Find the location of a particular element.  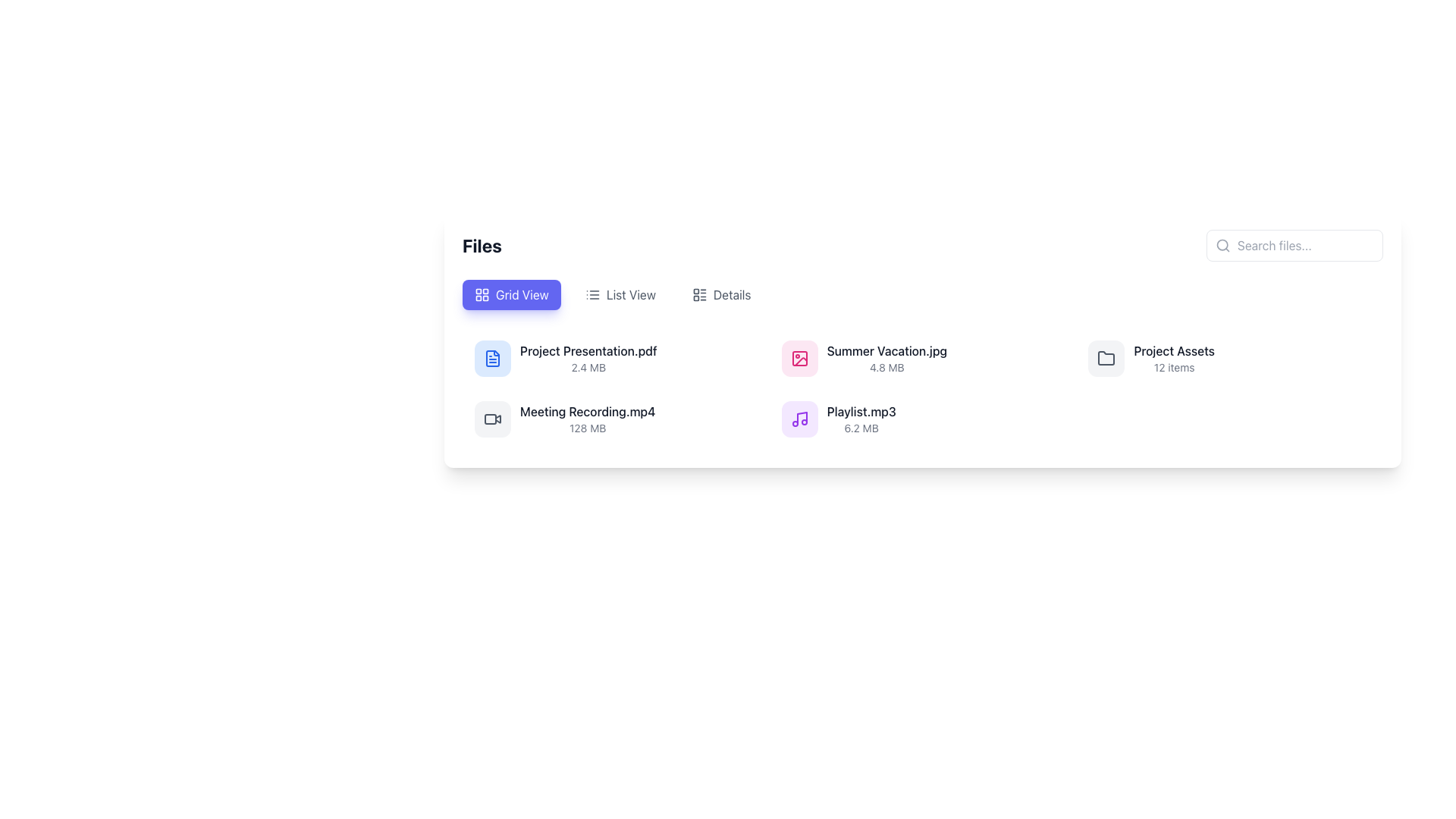

the file item displaying 'Project Presentation.pdf' is located at coordinates (588, 359).